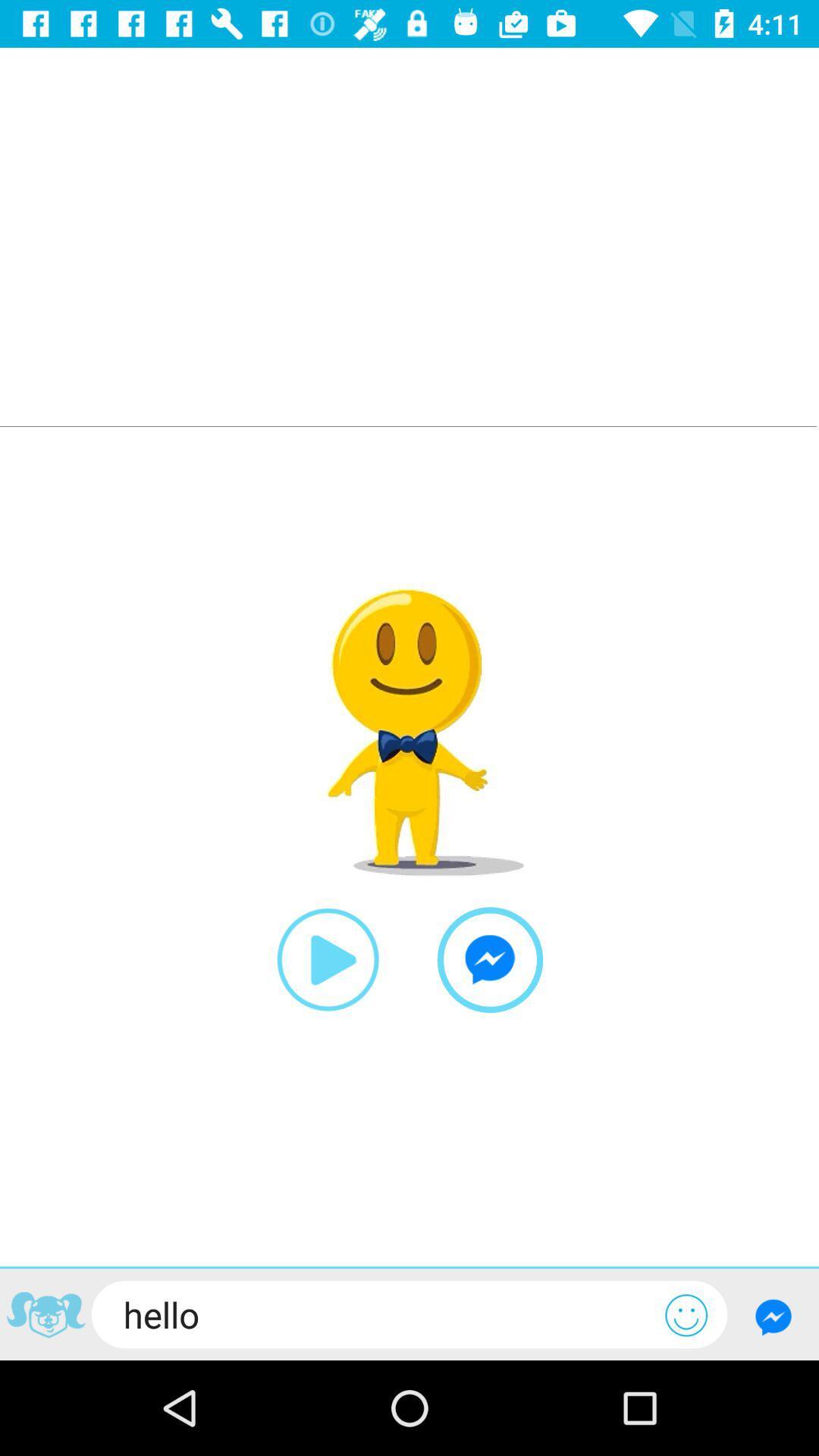  I want to click on emoji, so click(686, 1314).